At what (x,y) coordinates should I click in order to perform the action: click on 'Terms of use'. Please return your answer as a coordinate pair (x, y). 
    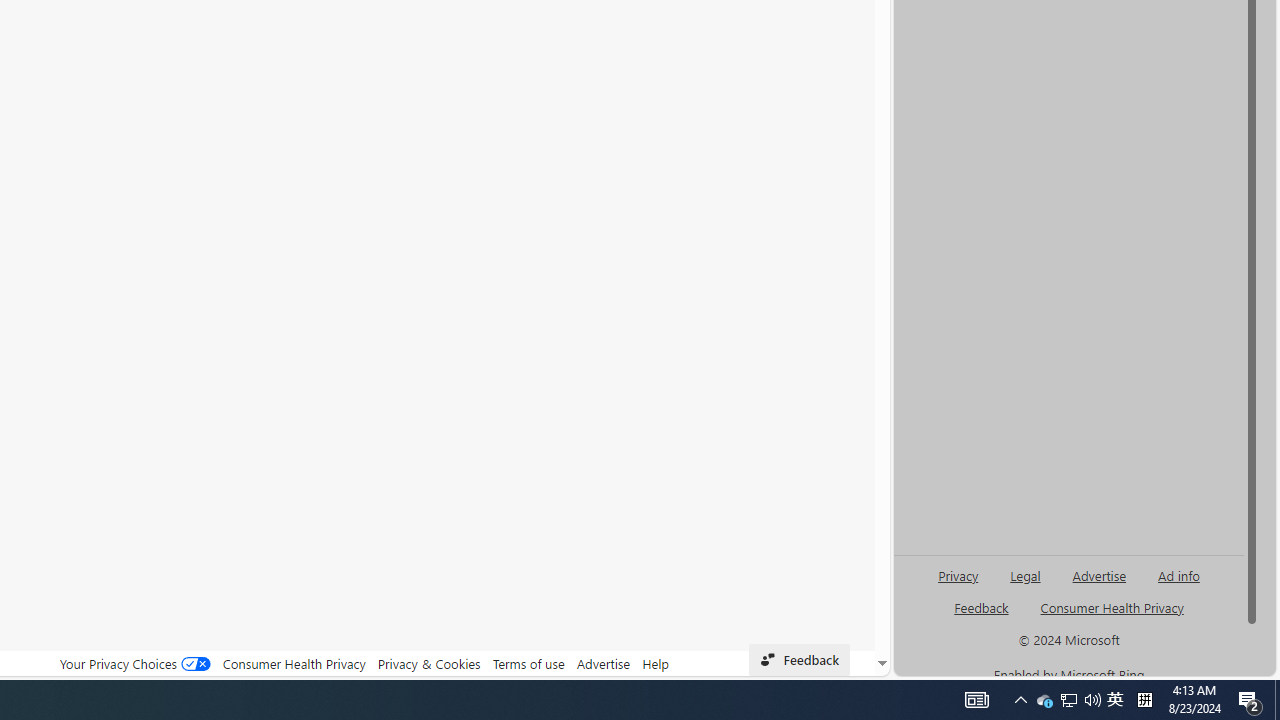
    Looking at the image, I should click on (528, 663).